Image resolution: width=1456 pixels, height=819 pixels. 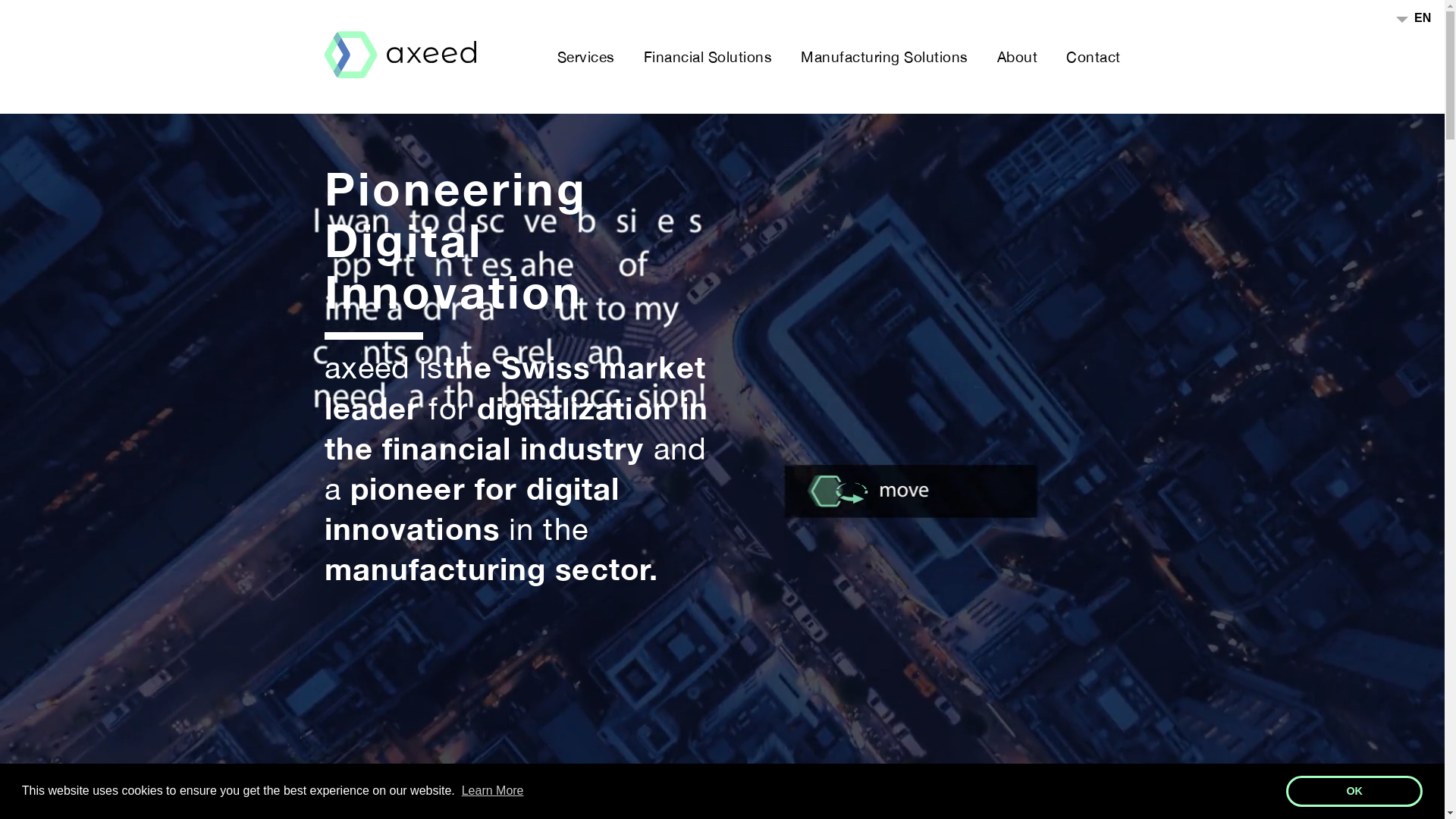 I want to click on 'Financial Solutions', so click(x=706, y=55).